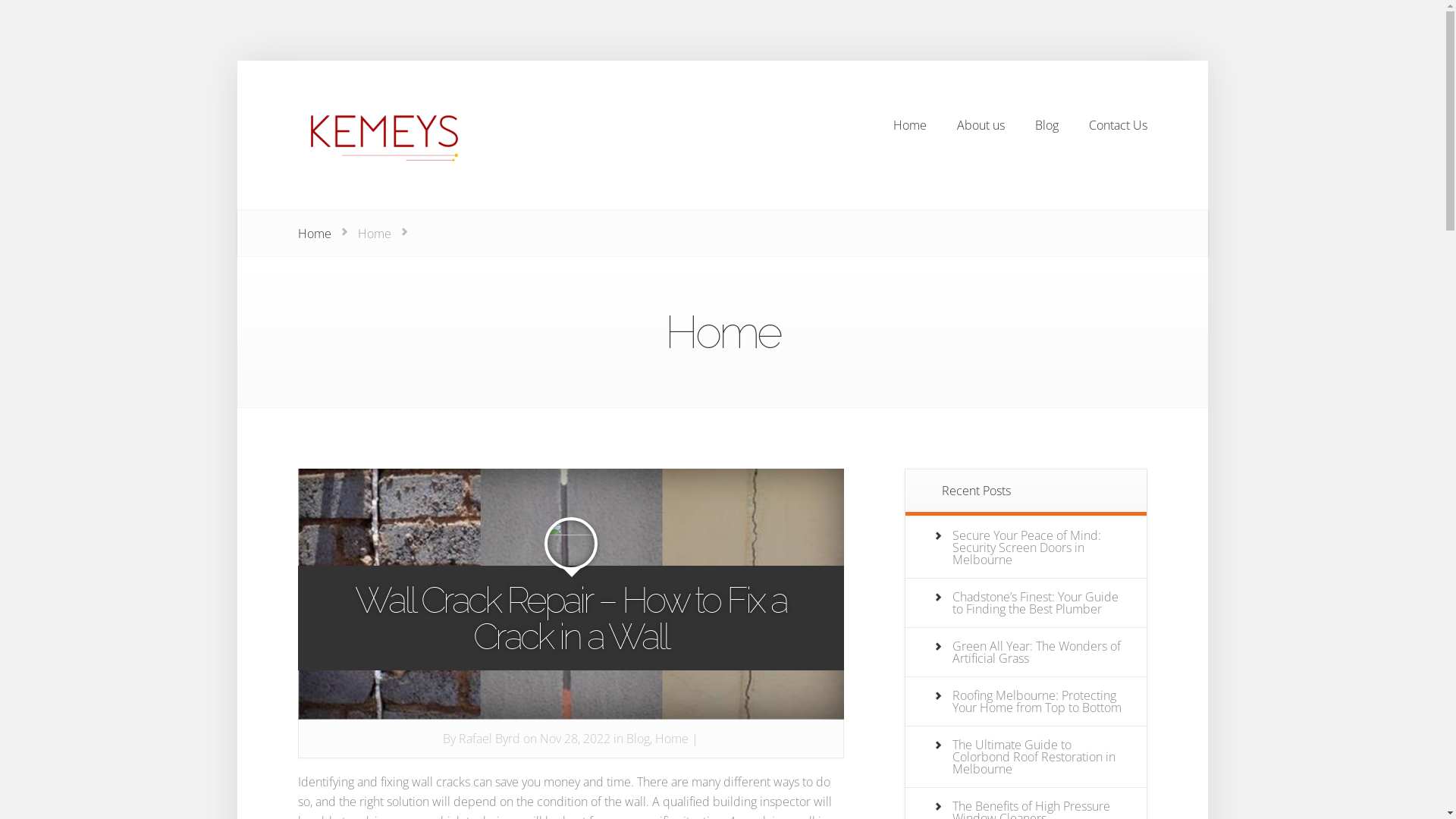 The width and height of the screenshot is (1456, 819). Describe the element at coordinates (1045, 124) in the screenshot. I see `'Blog'` at that location.